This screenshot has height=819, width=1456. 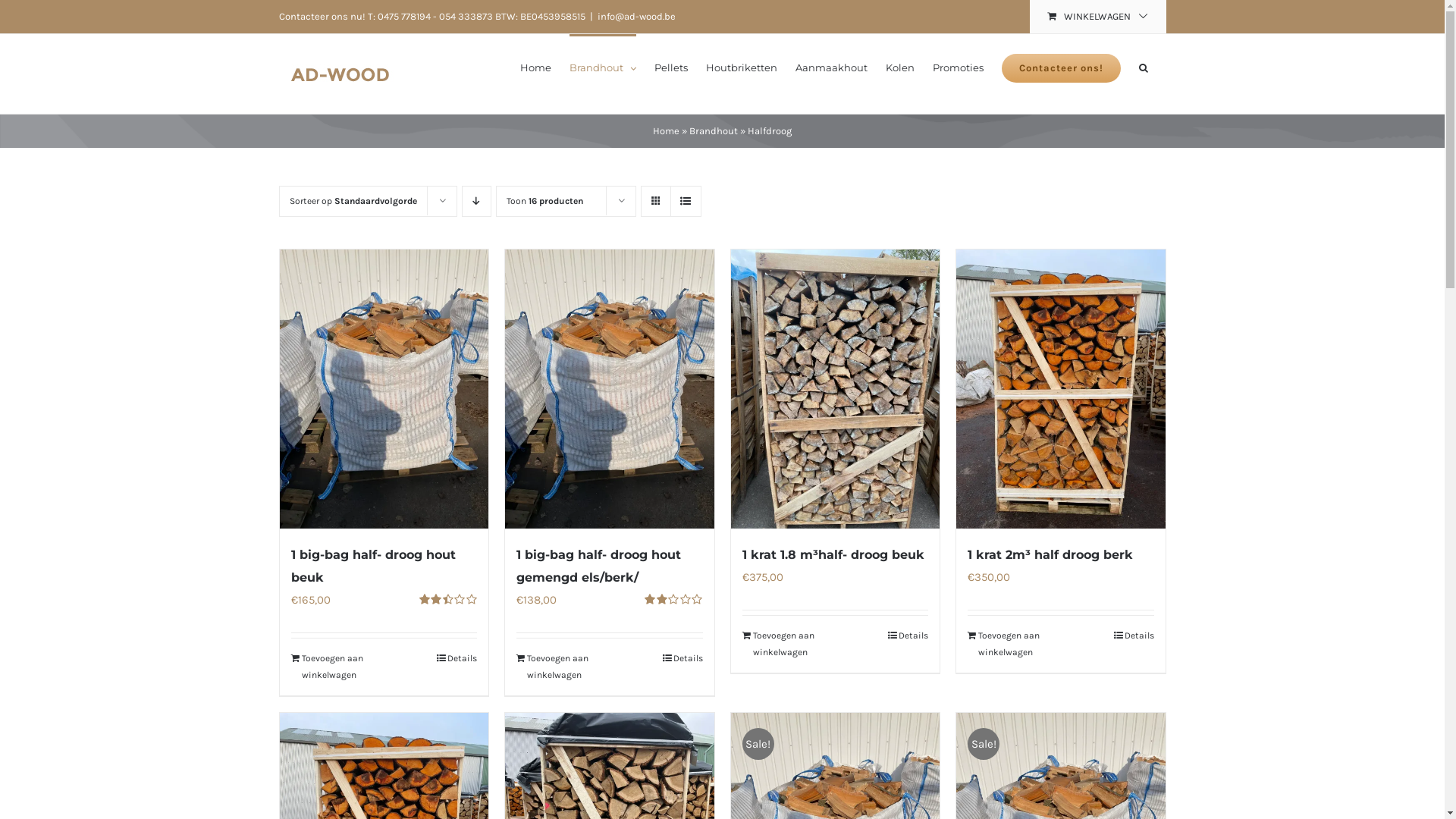 What do you see at coordinates (544, 200) in the screenshot?
I see `'Toon 16 producten'` at bounding box center [544, 200].